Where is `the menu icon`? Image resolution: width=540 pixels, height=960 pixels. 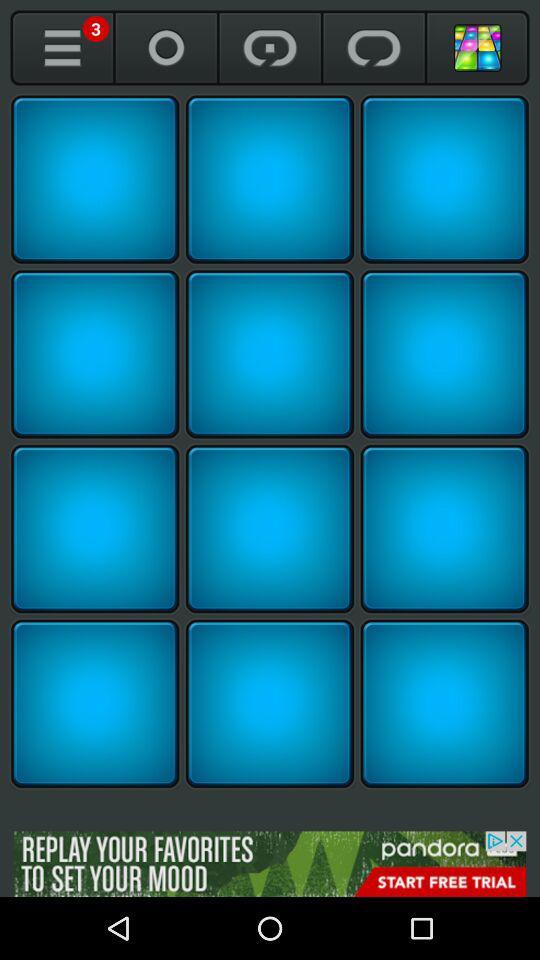
the menu icon is located at coordinates (62, 47).